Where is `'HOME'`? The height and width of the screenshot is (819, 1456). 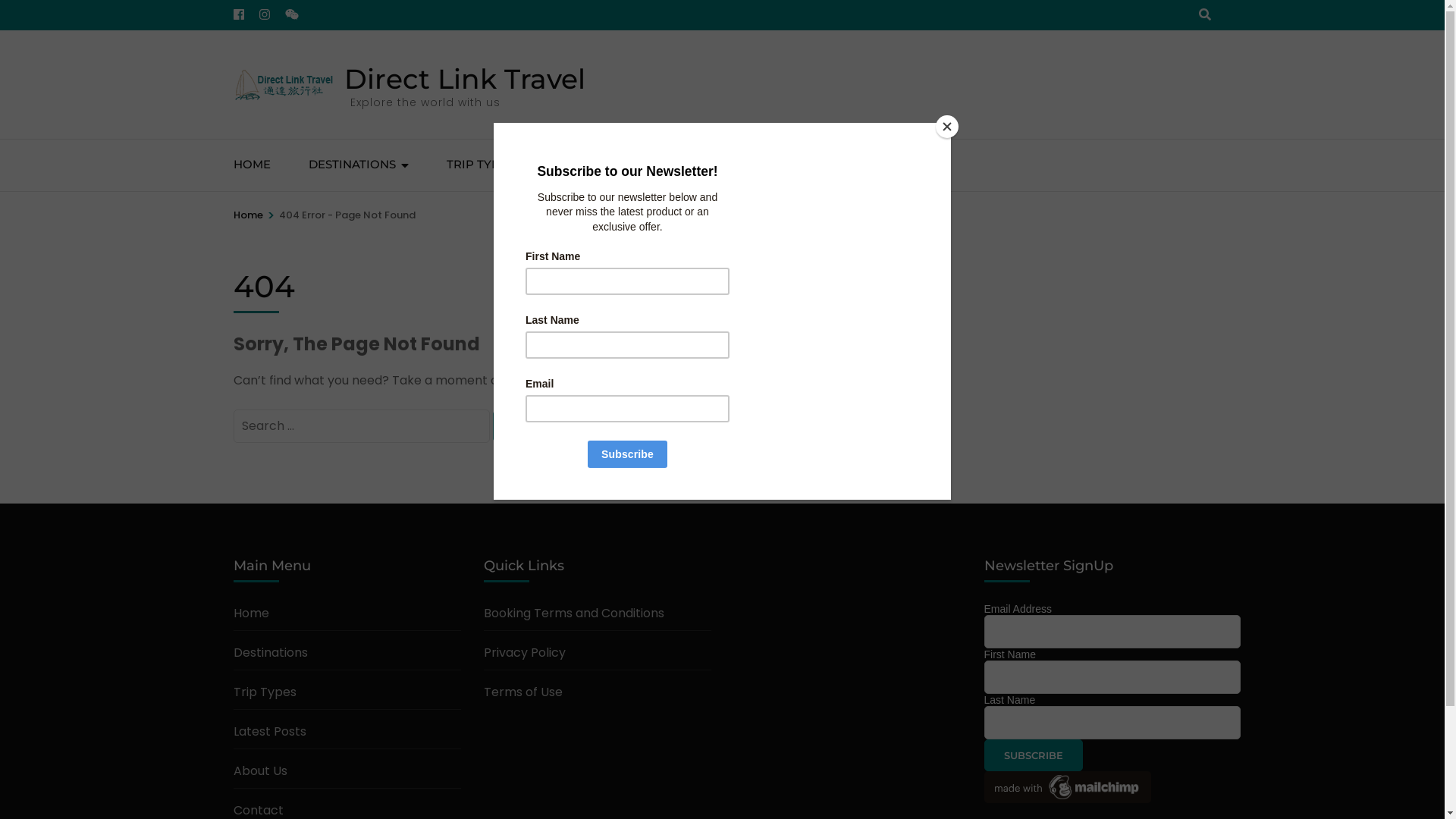 'HOME' is located at coordinates (252, 165).